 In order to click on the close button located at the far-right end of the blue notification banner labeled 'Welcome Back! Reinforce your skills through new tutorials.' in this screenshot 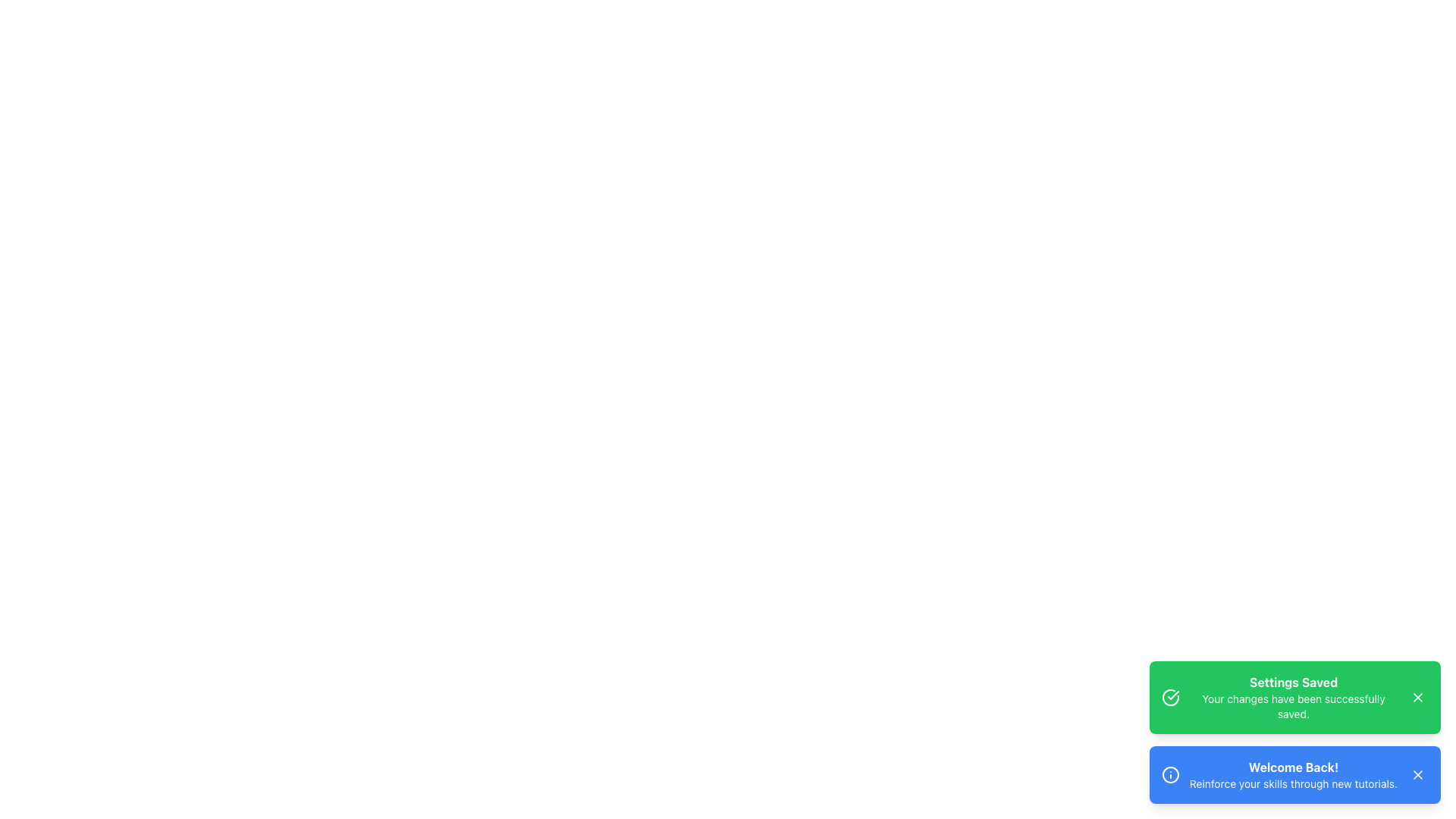, I will do `click(1417, 775)`.